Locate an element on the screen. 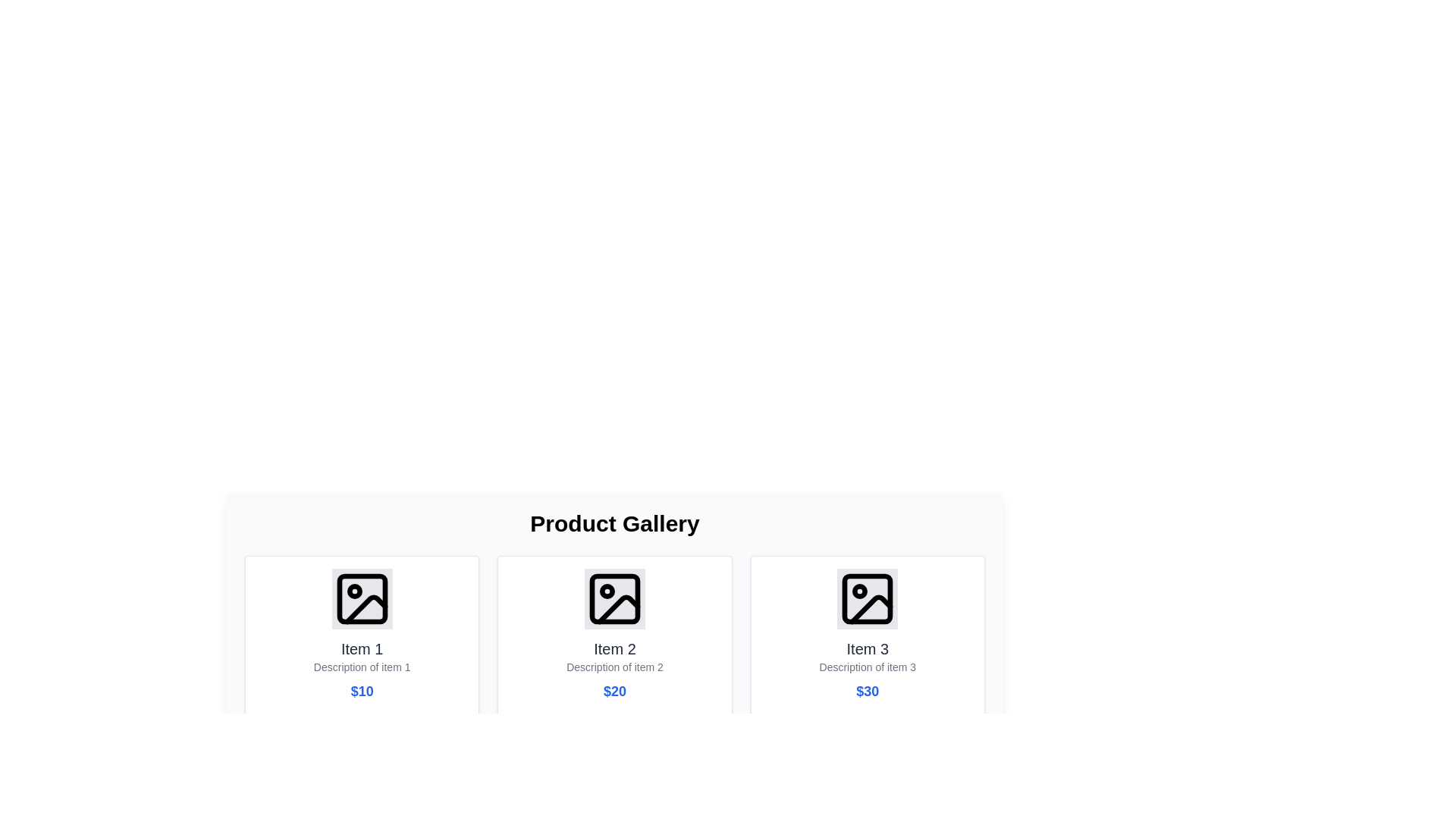 Image resolution: width=1456 pixels, height=819 pixels. the static text label that reads 'Description of item 1', which is styled in a small gray font, located below the title 'Item 1' and above the price '$10' within the 'Item 1' card is located at coordinates (361, 666).